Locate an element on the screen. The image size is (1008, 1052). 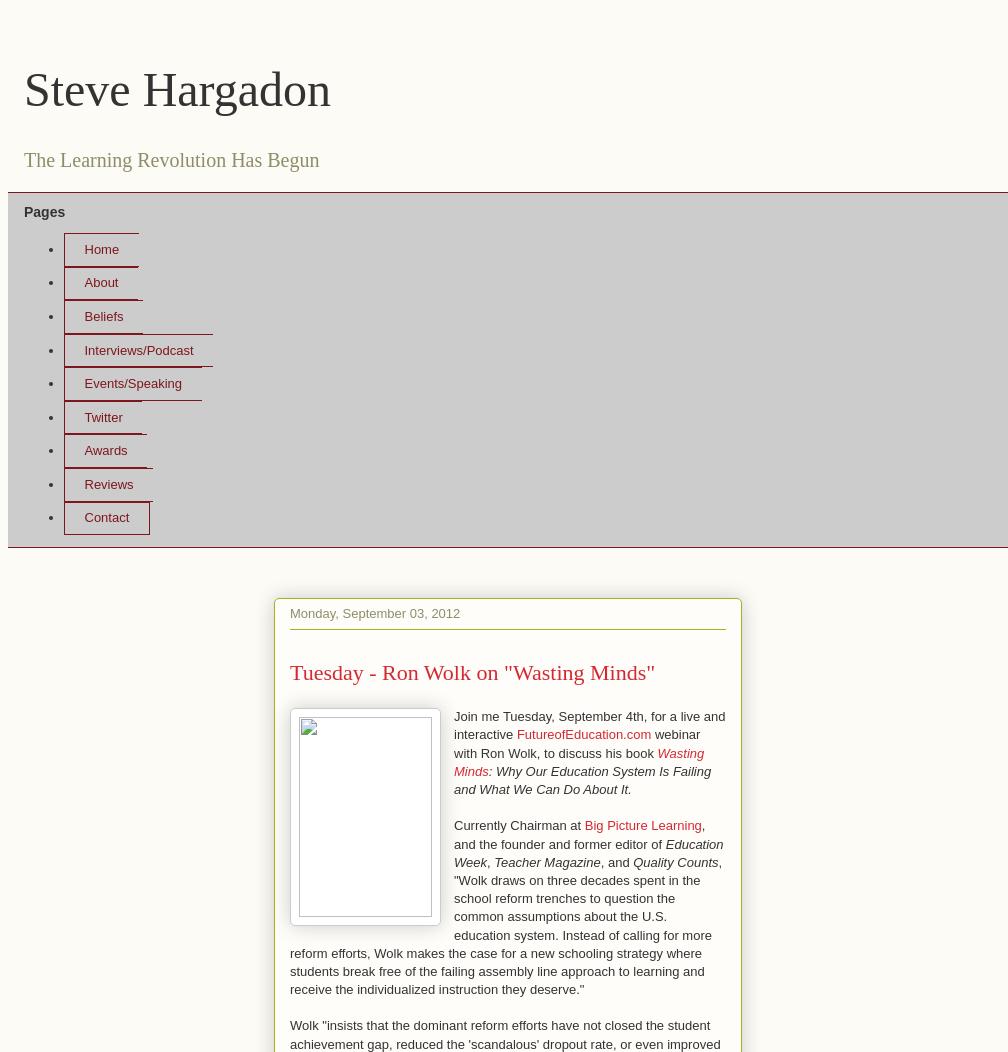
'Beliefs' is located at coordinates (83, 314).